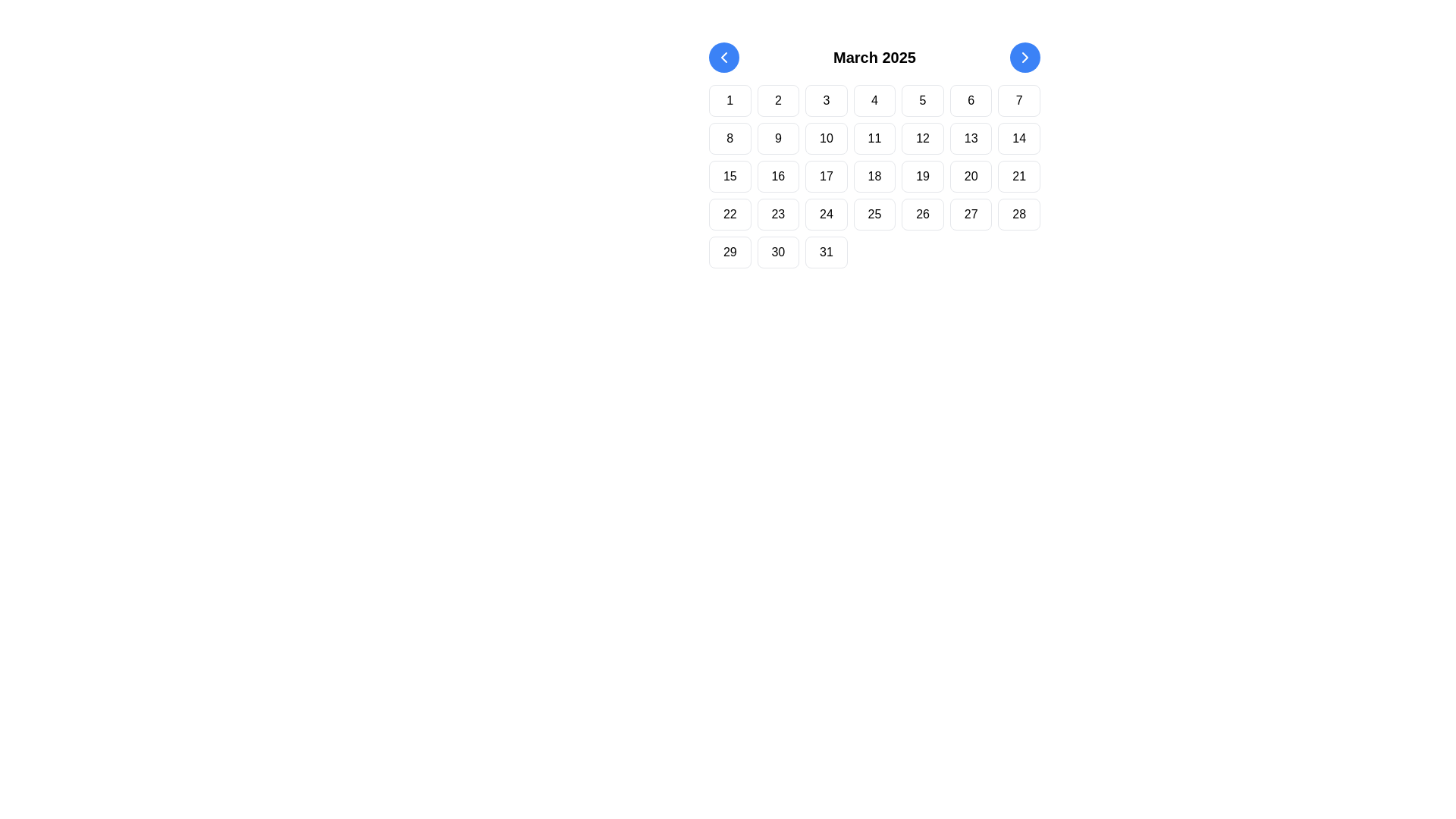 The image size is (1456, 819). Describe the element at coordinates (874, 175) in the screenshot. I see `any cell of the grid layout component that represents a calendar or similar system, which is centrally located and spans horizontally across the interface` at that location.